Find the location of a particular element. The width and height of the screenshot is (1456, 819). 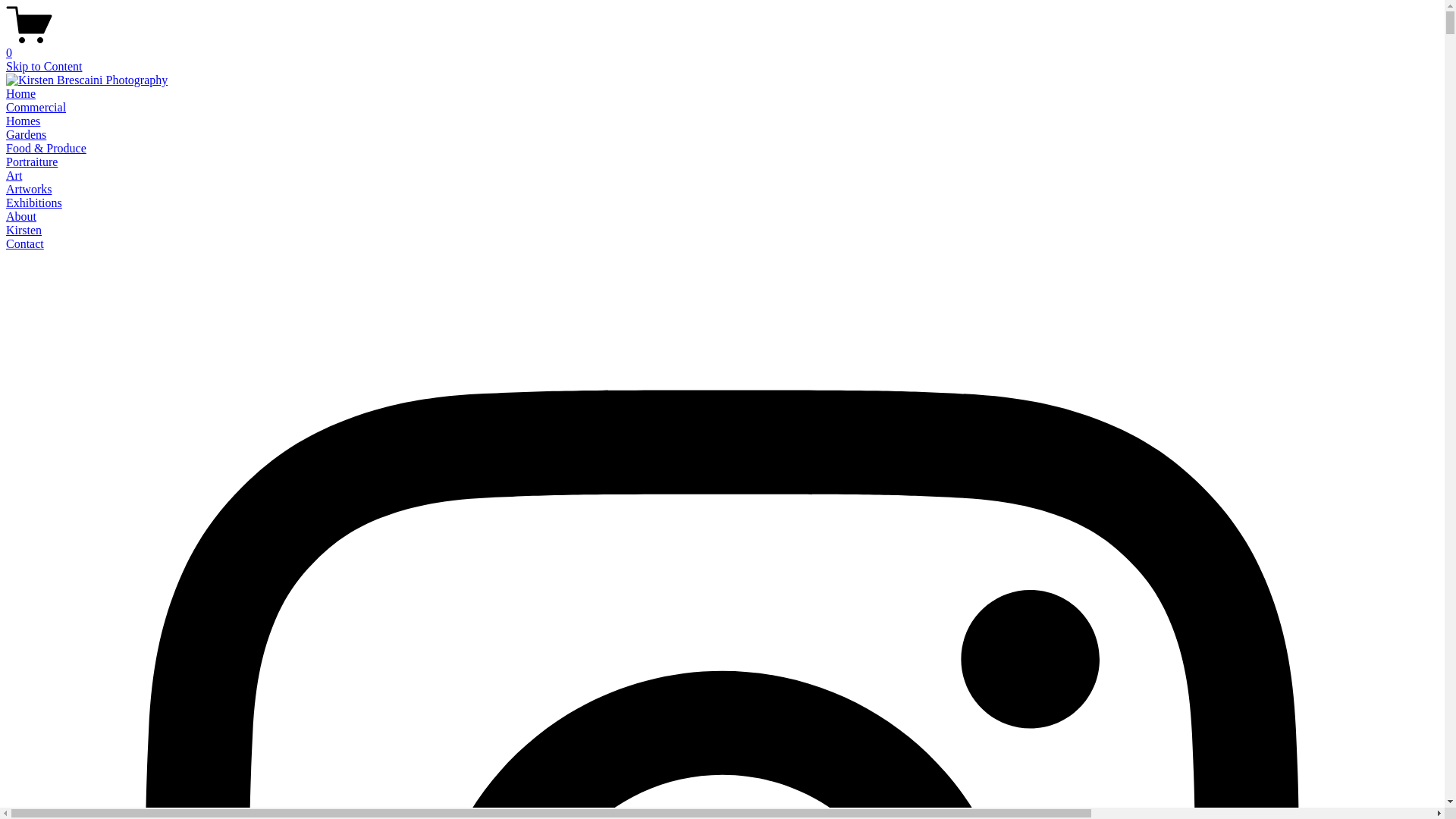

'Art' is located at coordinates (14, 174).